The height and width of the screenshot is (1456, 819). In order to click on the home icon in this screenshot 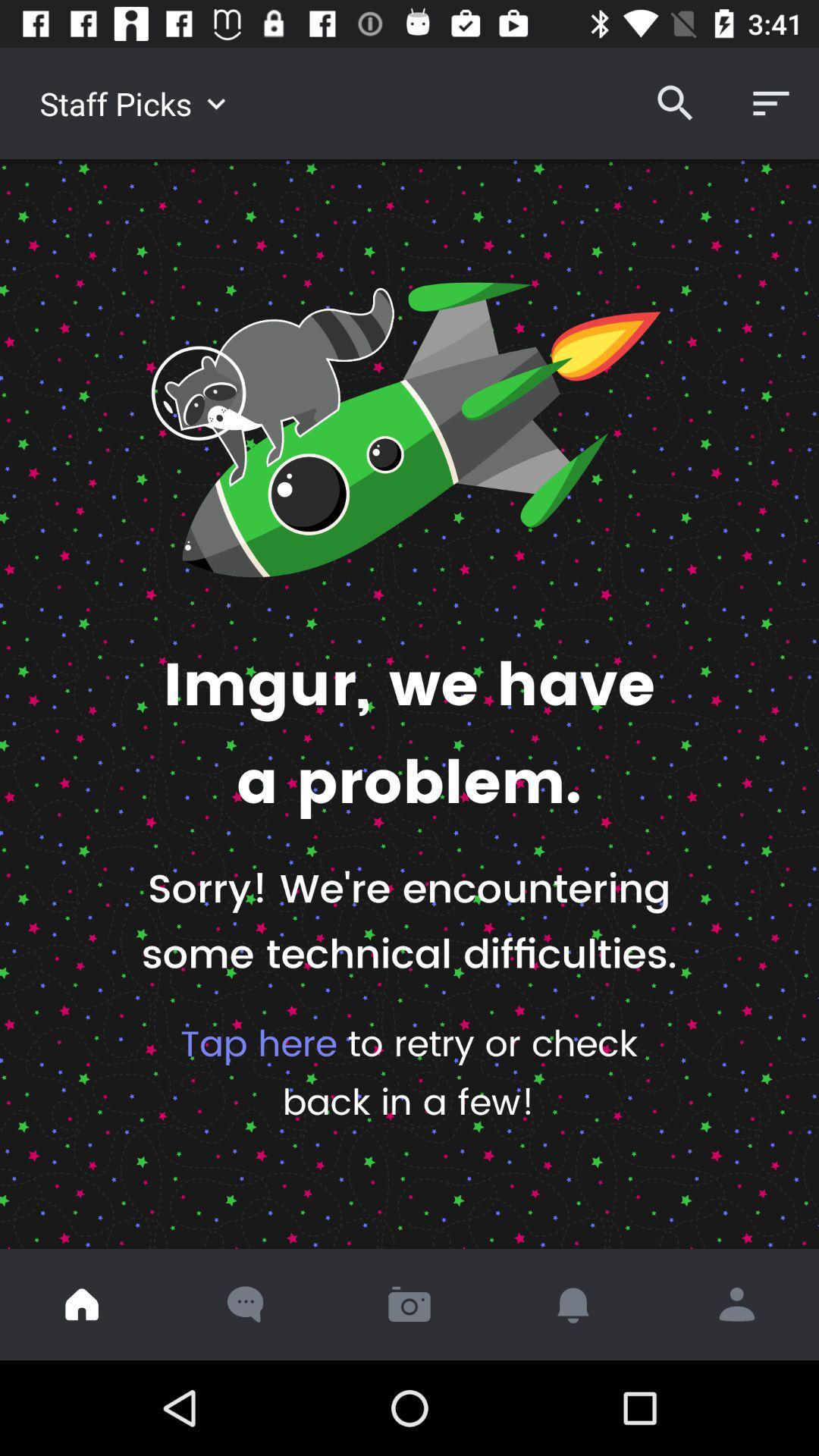, I will do `click(82, 1304)`.